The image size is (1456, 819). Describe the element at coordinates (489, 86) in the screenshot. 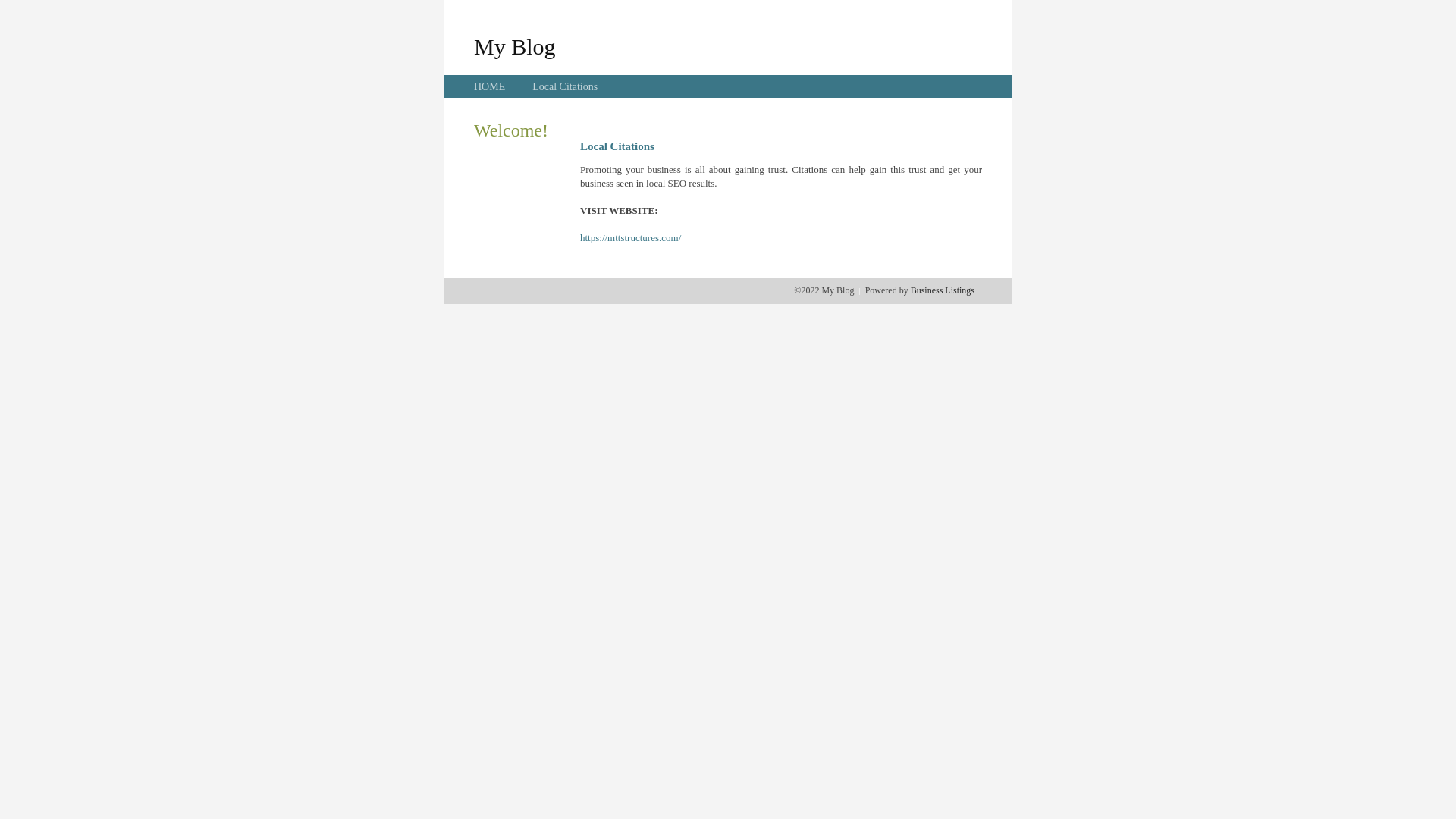

I see `'HOME'` at that location.